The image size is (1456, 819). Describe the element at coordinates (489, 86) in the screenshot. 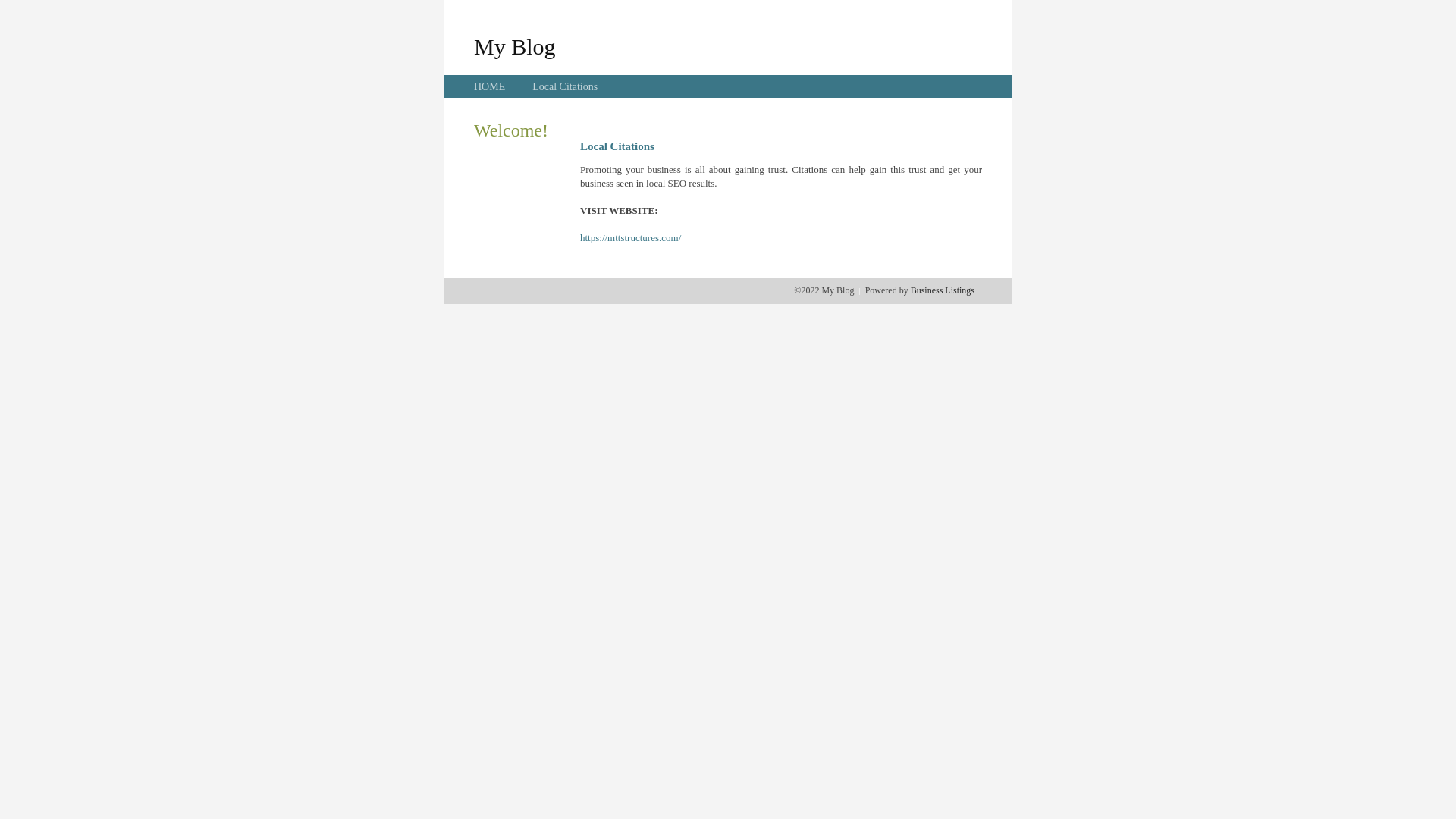

I see `'HOME'` at that location.